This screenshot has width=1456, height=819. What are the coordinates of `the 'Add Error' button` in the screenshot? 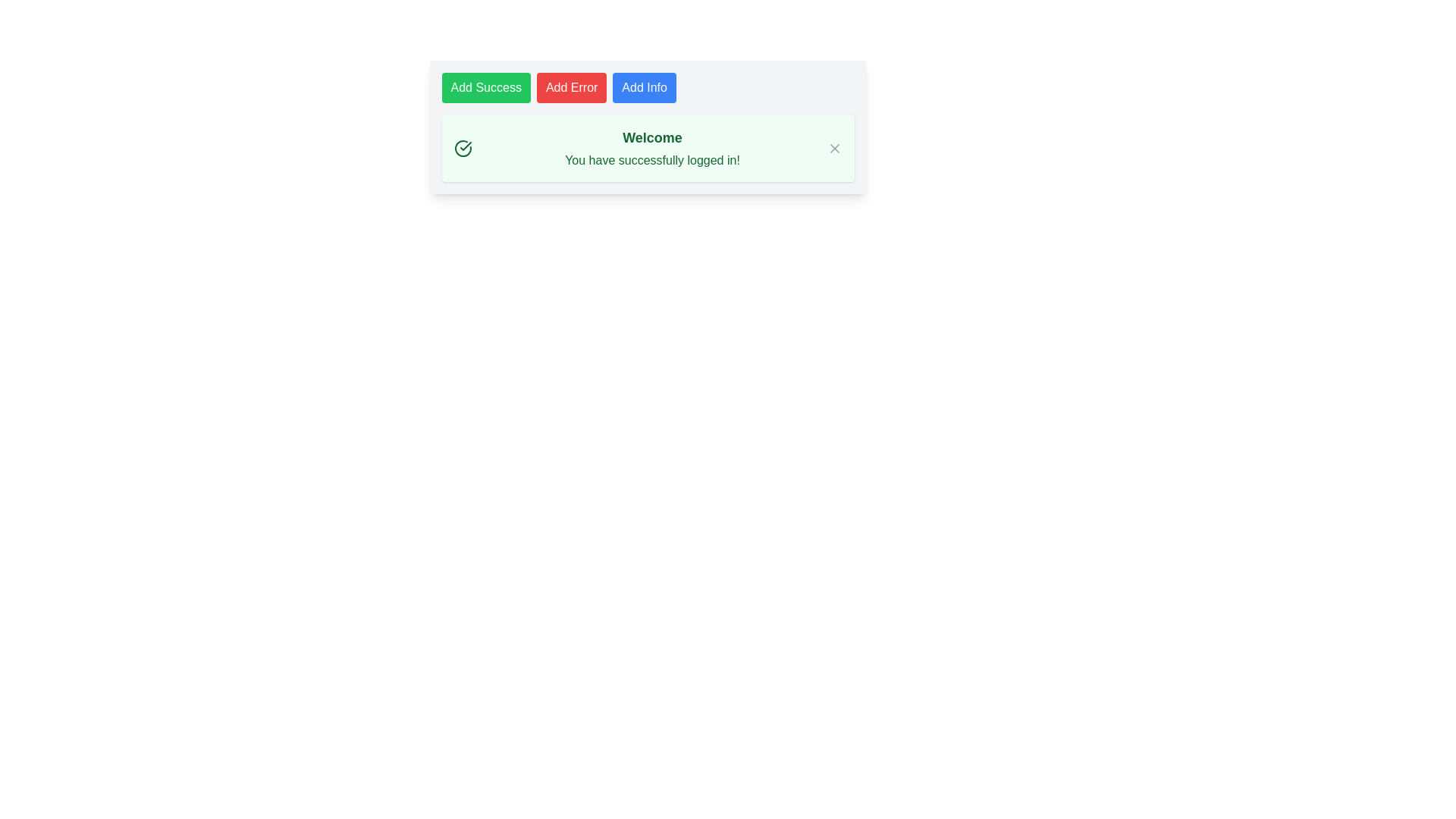 It's located at (571, 87).